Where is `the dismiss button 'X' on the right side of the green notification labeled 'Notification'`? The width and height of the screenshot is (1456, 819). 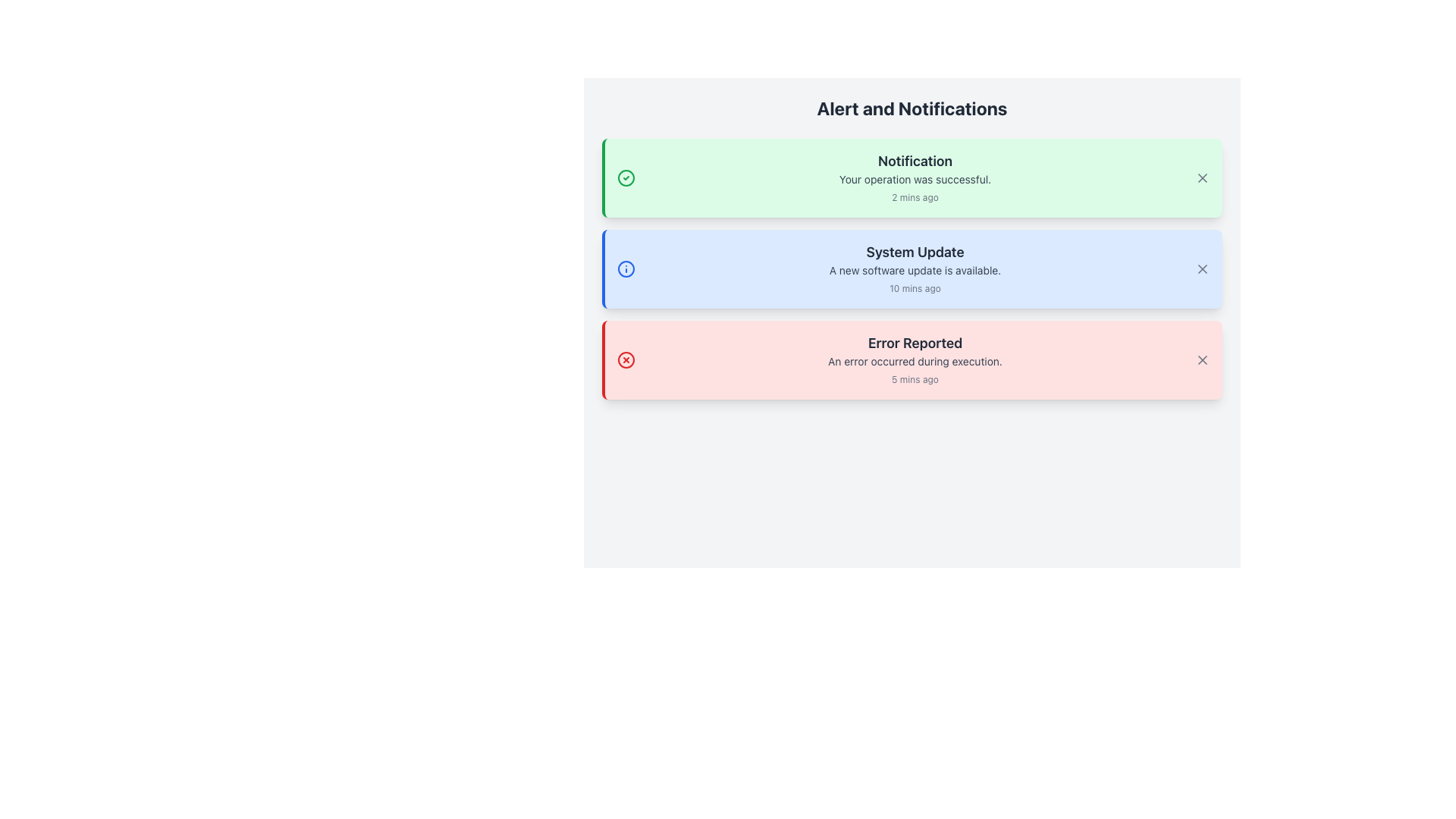
the dismiss button 'X' on the right side of the green notification labeled 'Notification' is located at coordinates (1201, 177).